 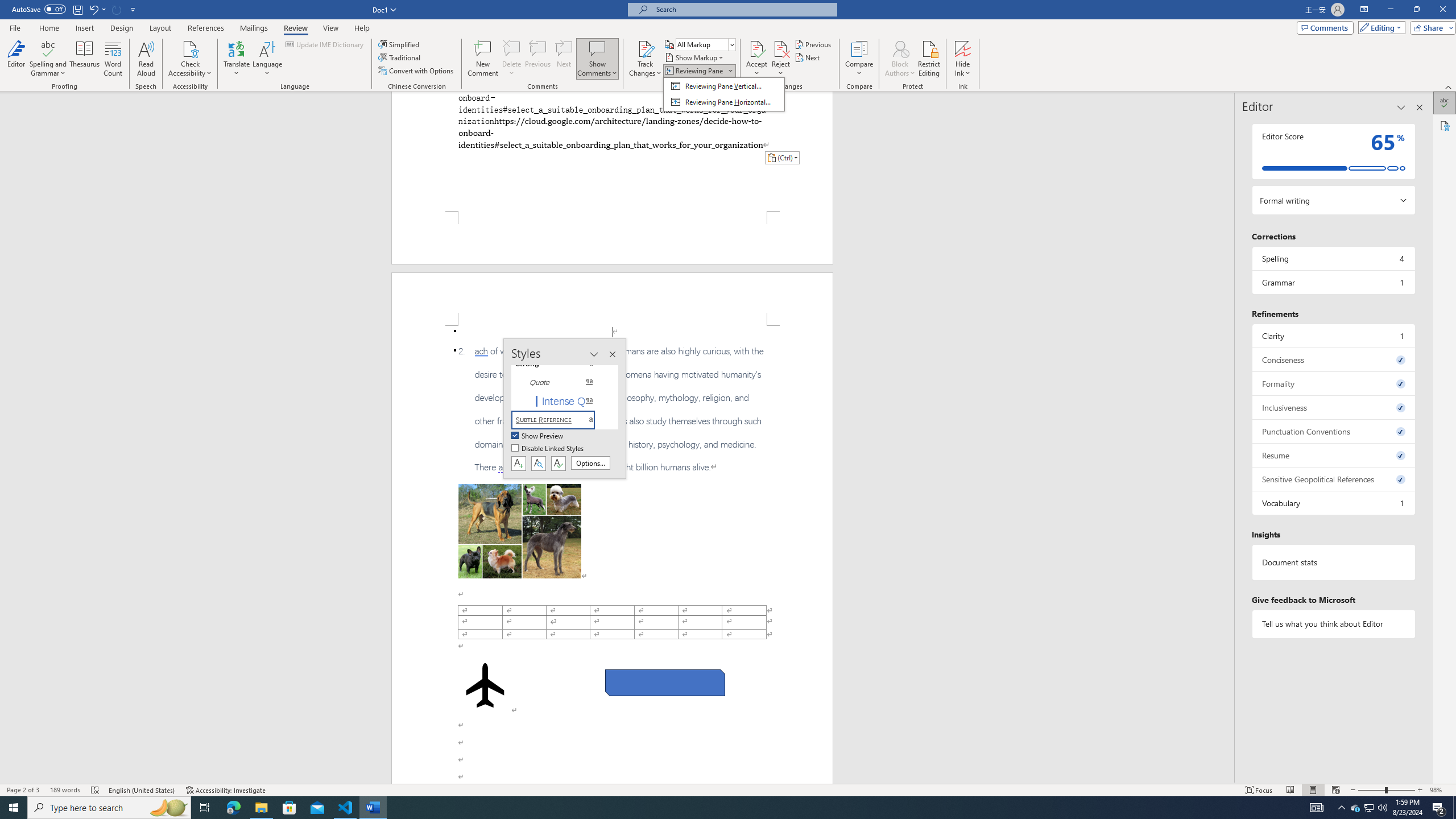 What do you see at coordinates (559, 464) in the screenshot?
I see `'Class: NetUIButton'` at bounding box center [559, 464].